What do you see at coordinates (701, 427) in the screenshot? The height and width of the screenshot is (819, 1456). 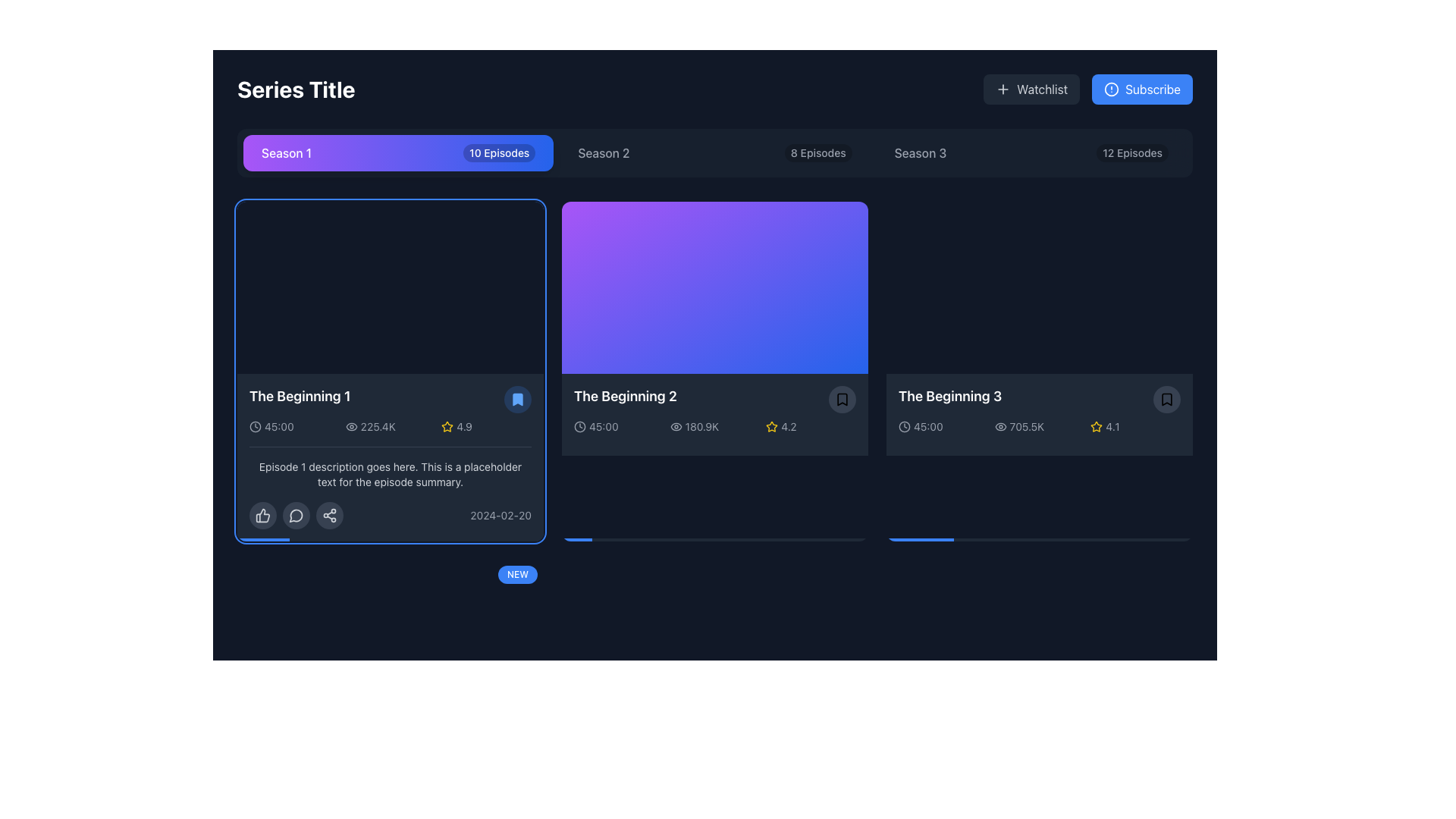 I see `view count displayed by the text label located in the second card (The Beginning 2), positioned to the right of the eye icon and below the card title and image` at bounding box center [701, 427].